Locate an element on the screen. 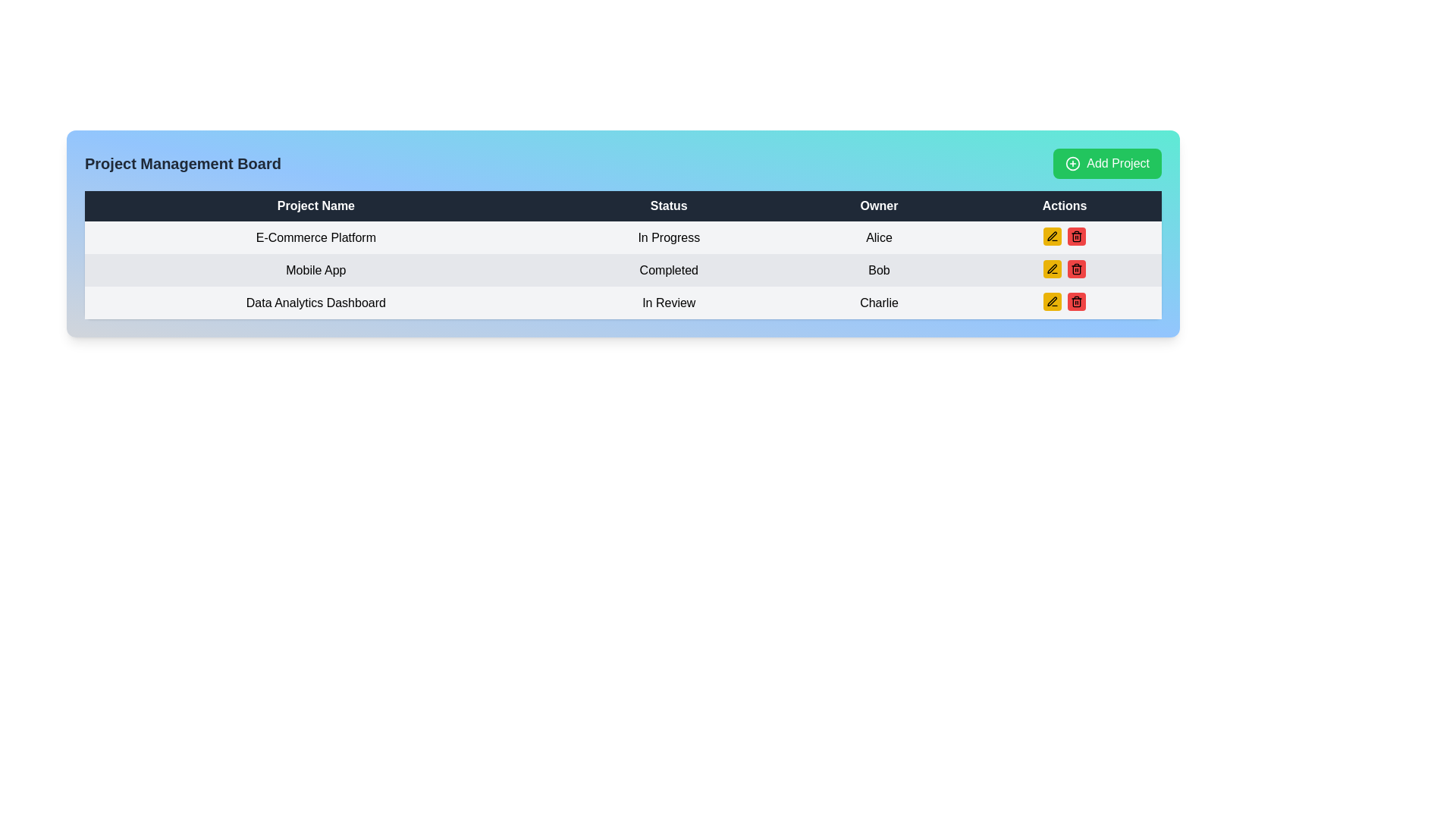 Image resolution: width=1456 pixels, height=819 pixels. the trash bin icon button located in the 'Actions' column of the table is located at coordinates (1076, 237).